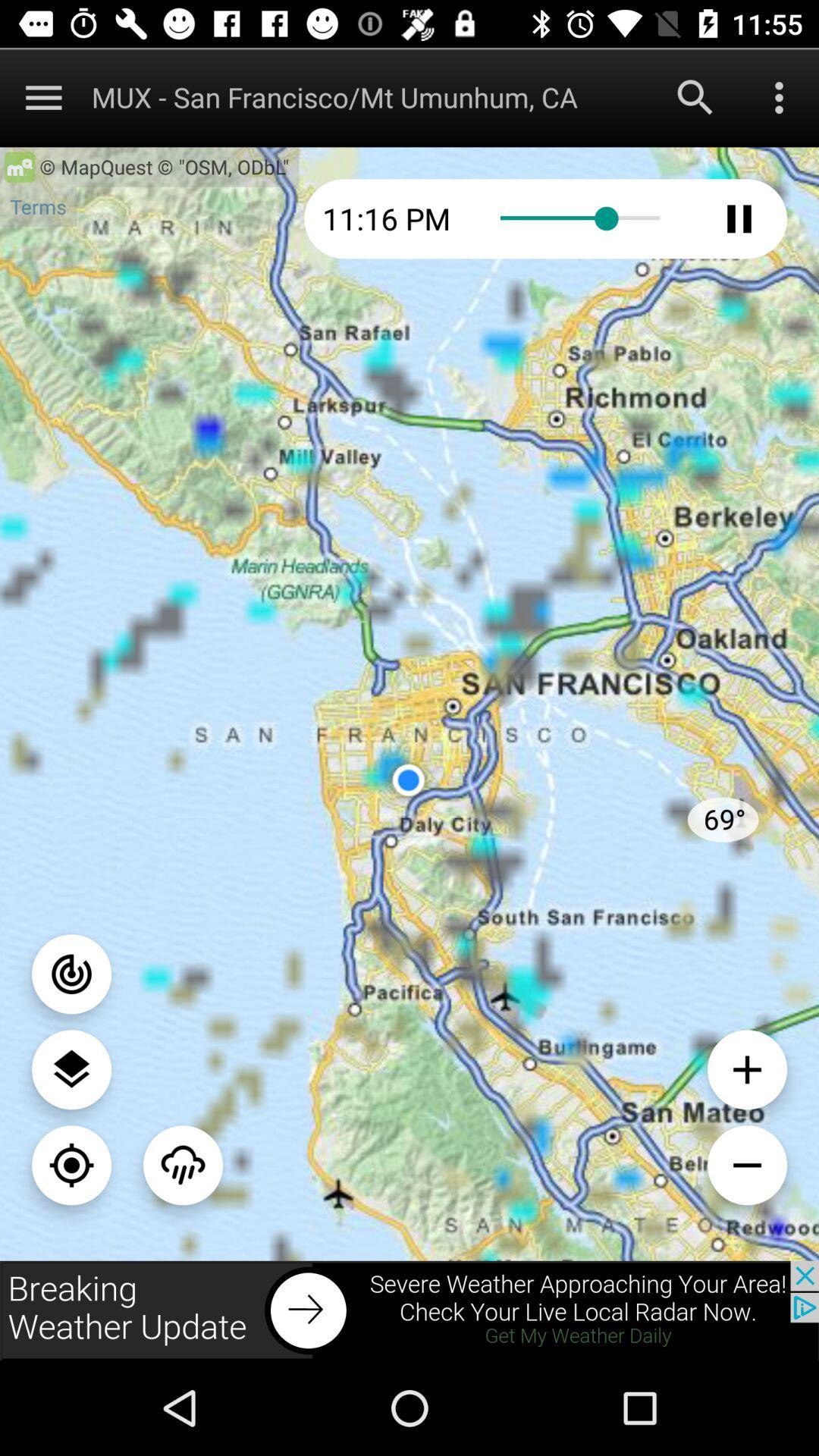 This screenshot has height=1456, width=819. I want to click on increment button, so click(746, 1068).